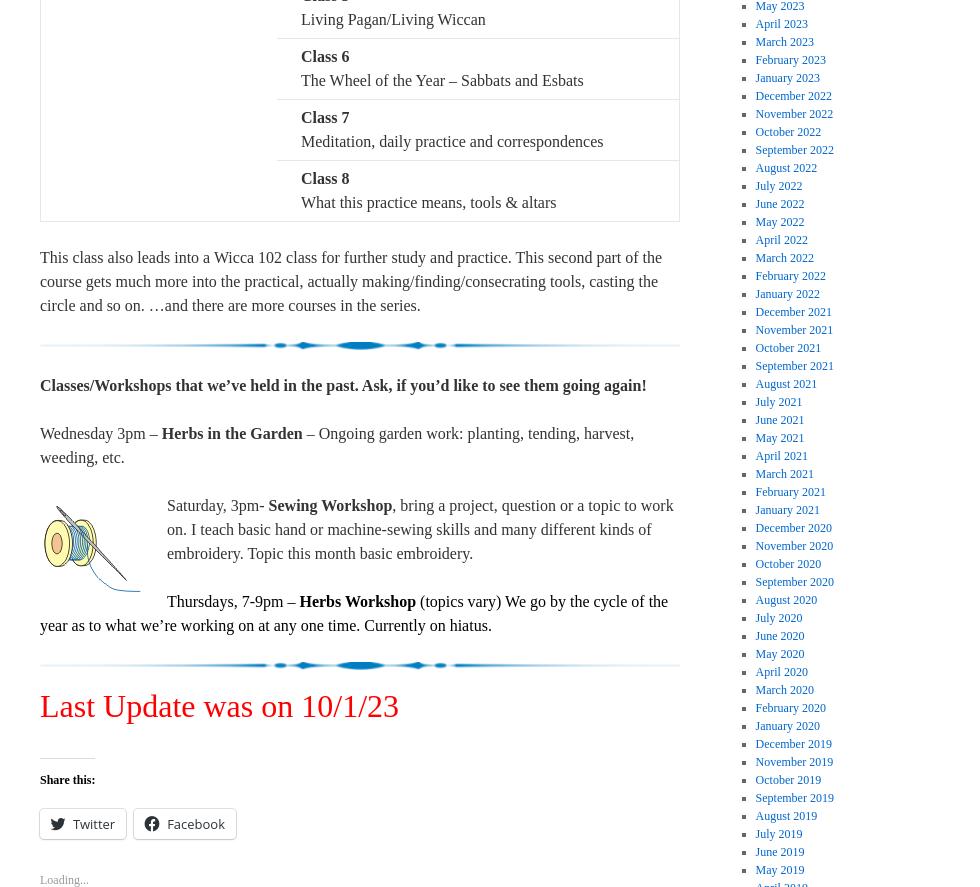 The image size is (980, 887). I want to click on 'July 2022', so click(778, 185).